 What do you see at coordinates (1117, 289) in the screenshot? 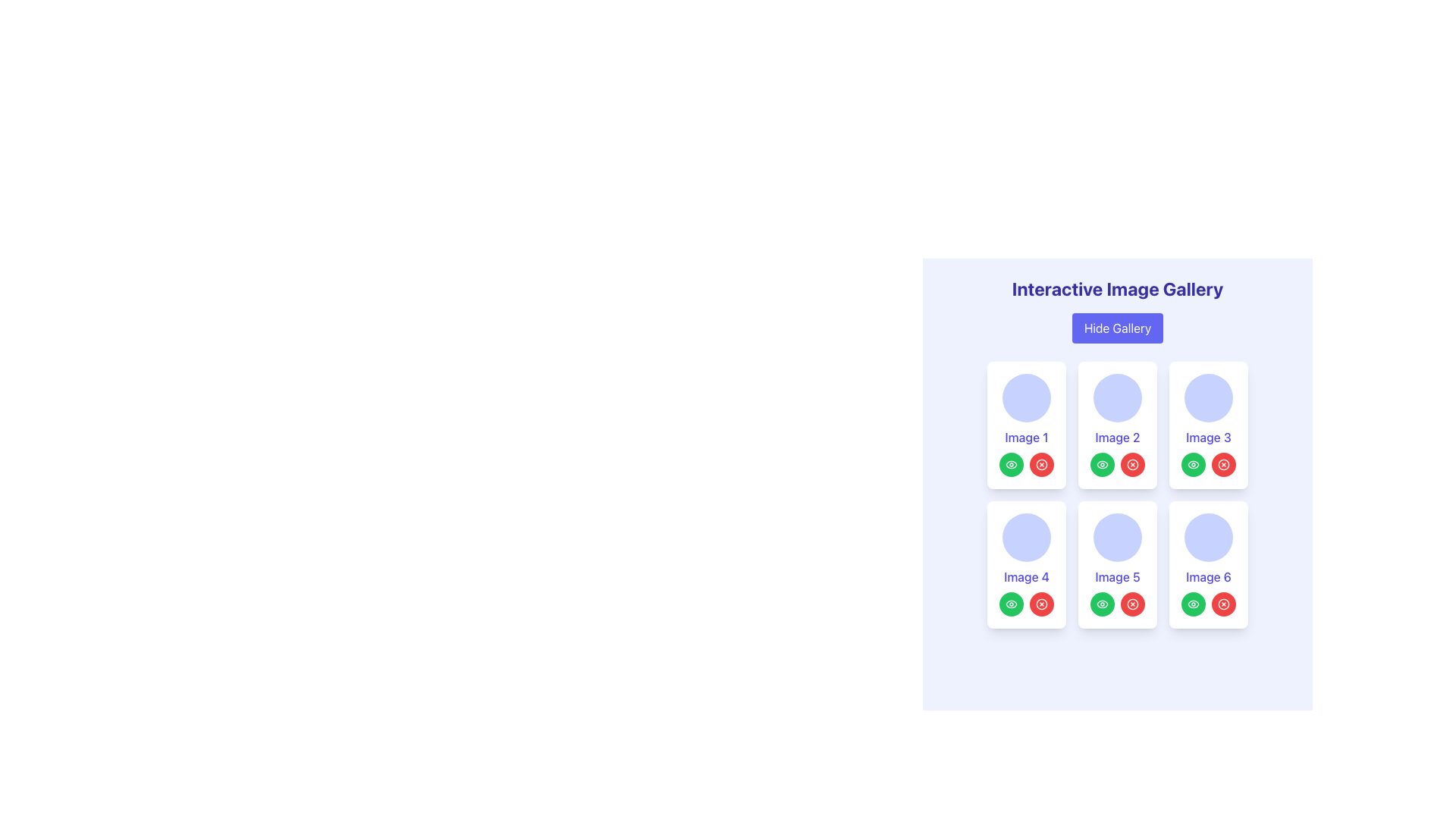
I see `the text label that reads 'Interactive Image Gallery', which is styled in bold, large font and centered at the top of its section` at bounding box center [1117, 289].